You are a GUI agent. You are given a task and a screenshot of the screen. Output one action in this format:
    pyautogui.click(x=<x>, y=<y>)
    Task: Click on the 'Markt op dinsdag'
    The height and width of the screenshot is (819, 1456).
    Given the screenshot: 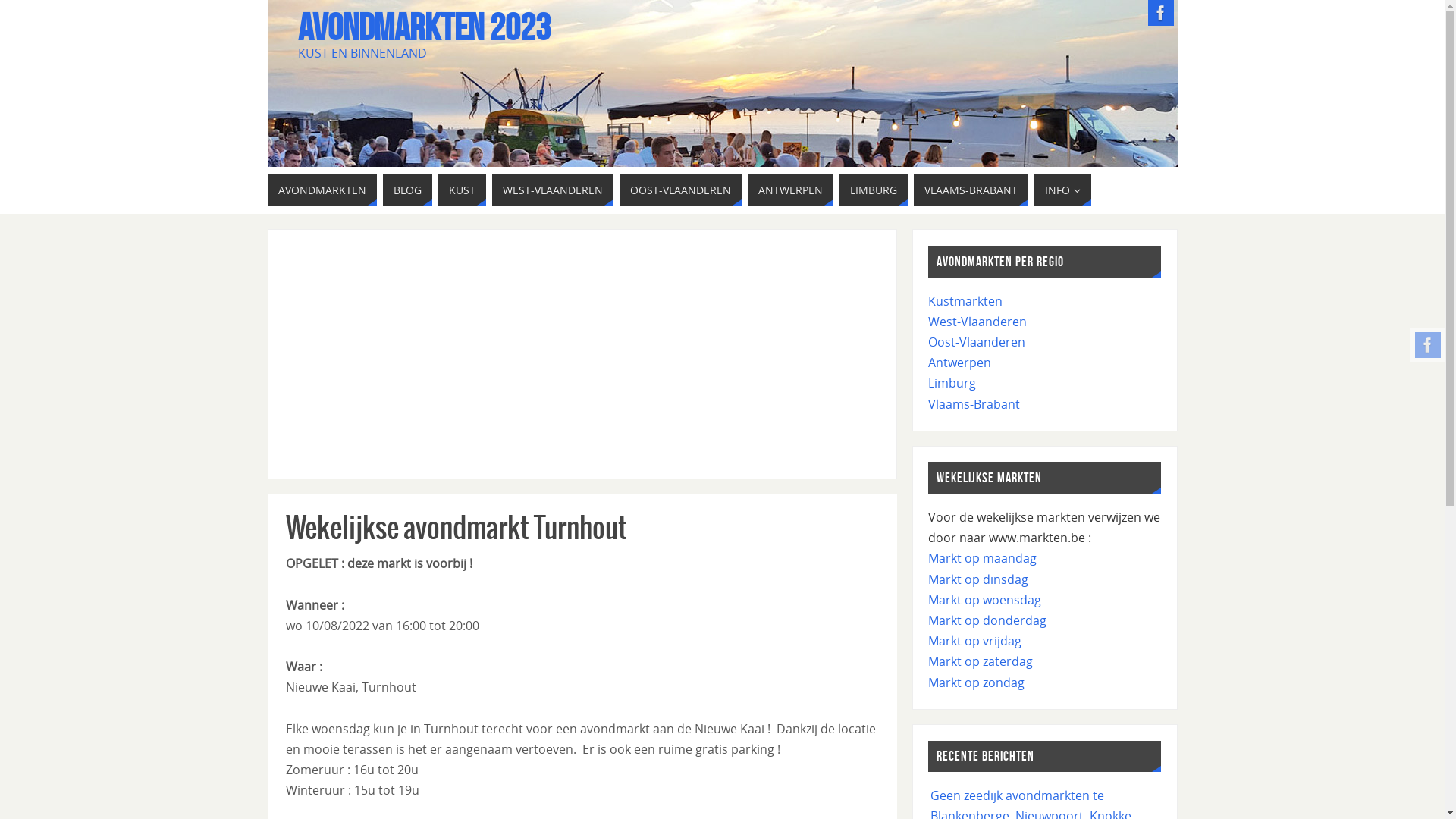 What is the action you would take?
    pyautogui.click(x=978, y=579)
    